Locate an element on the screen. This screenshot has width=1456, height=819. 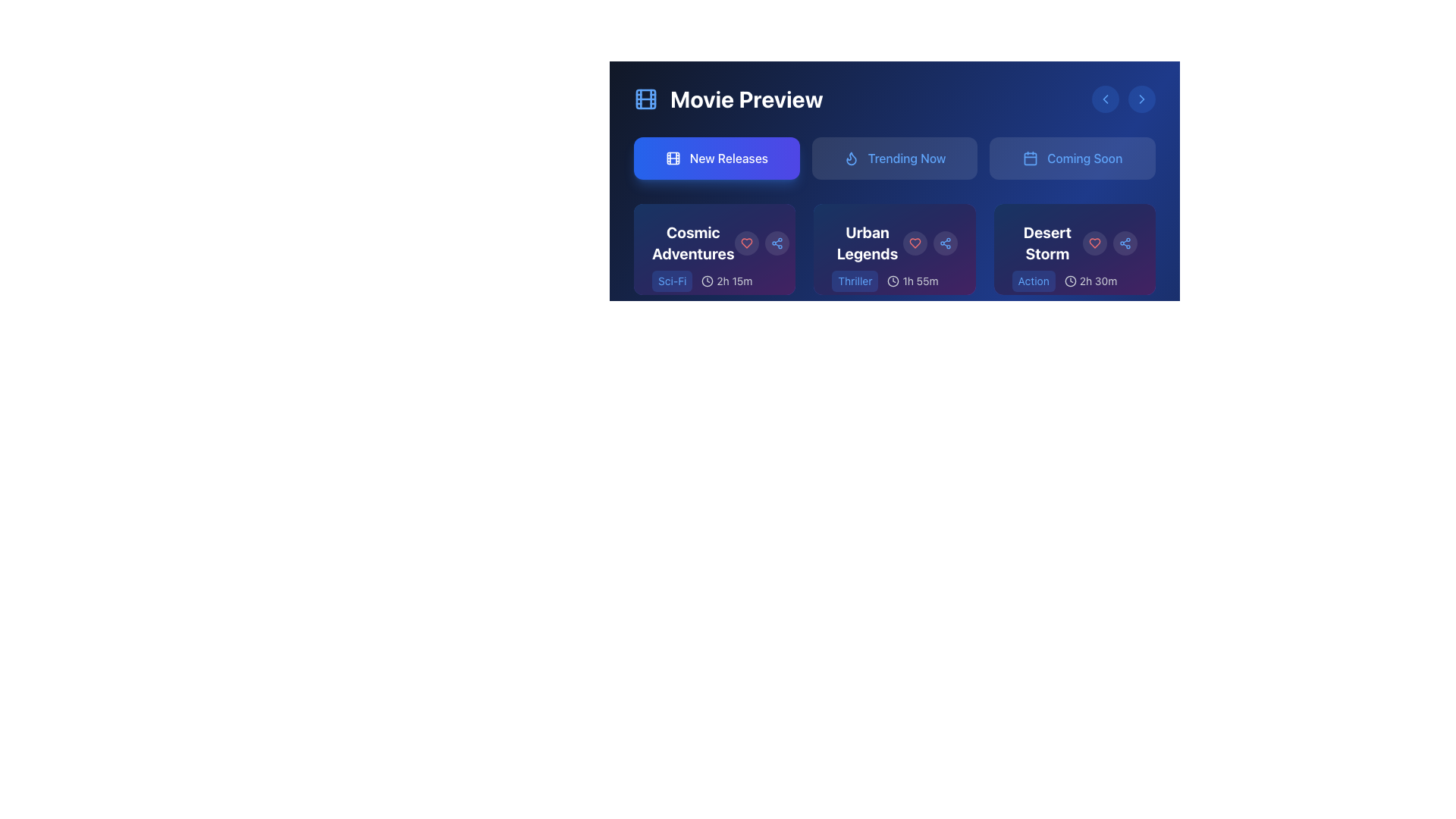
the clock icon located at the bottom-left section of the 'Cosmic Adventures' movie card, which features a circular outline and clock hands, positioned next to the duration label is located at coordinates (707, 281).